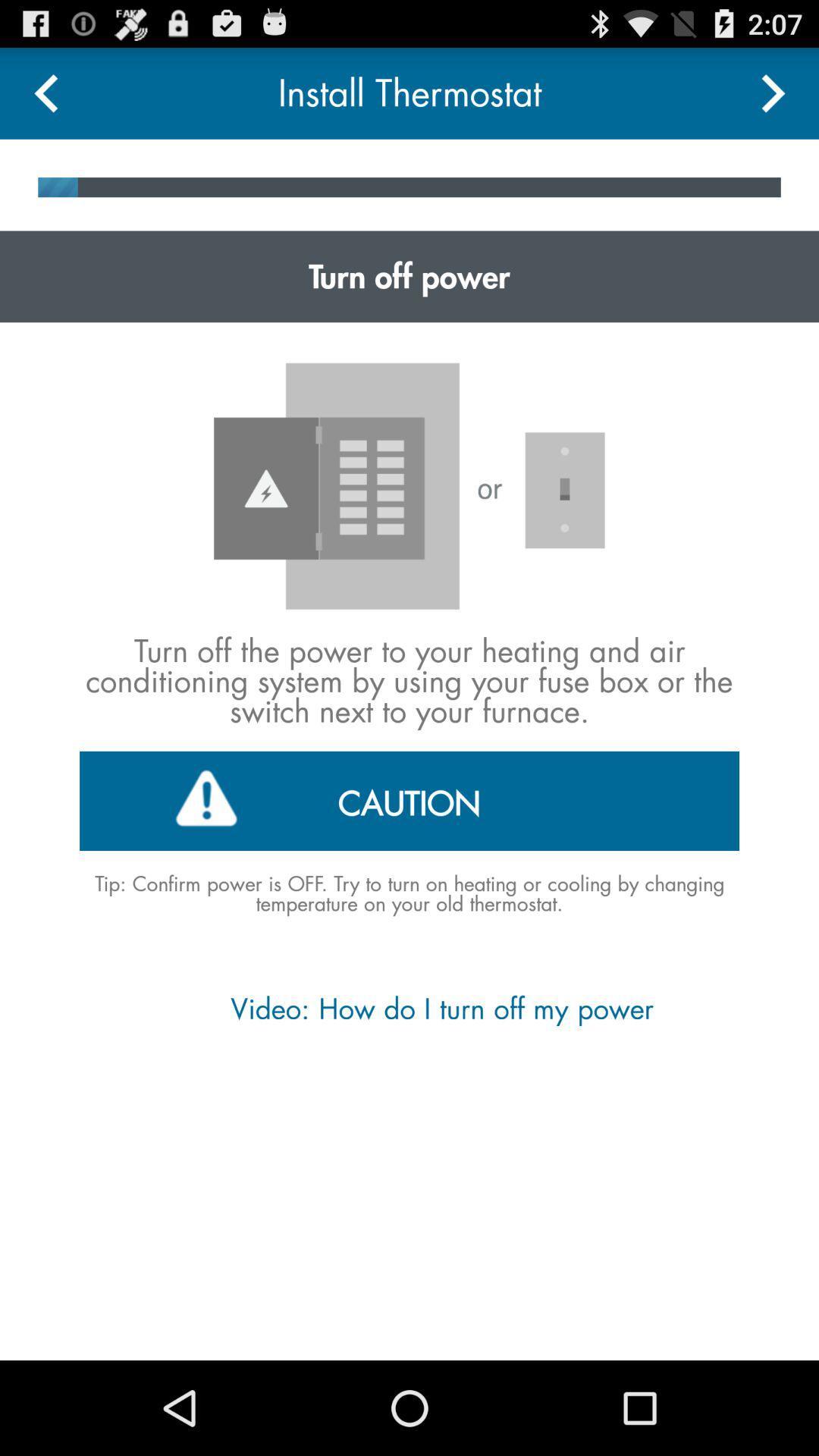 The width and height of the screenshot is (819, 1456). What do you see at coordinates (45, 99) in the screenshot?
I see `the arrow_backward icon` at bounding box center [45, 99].